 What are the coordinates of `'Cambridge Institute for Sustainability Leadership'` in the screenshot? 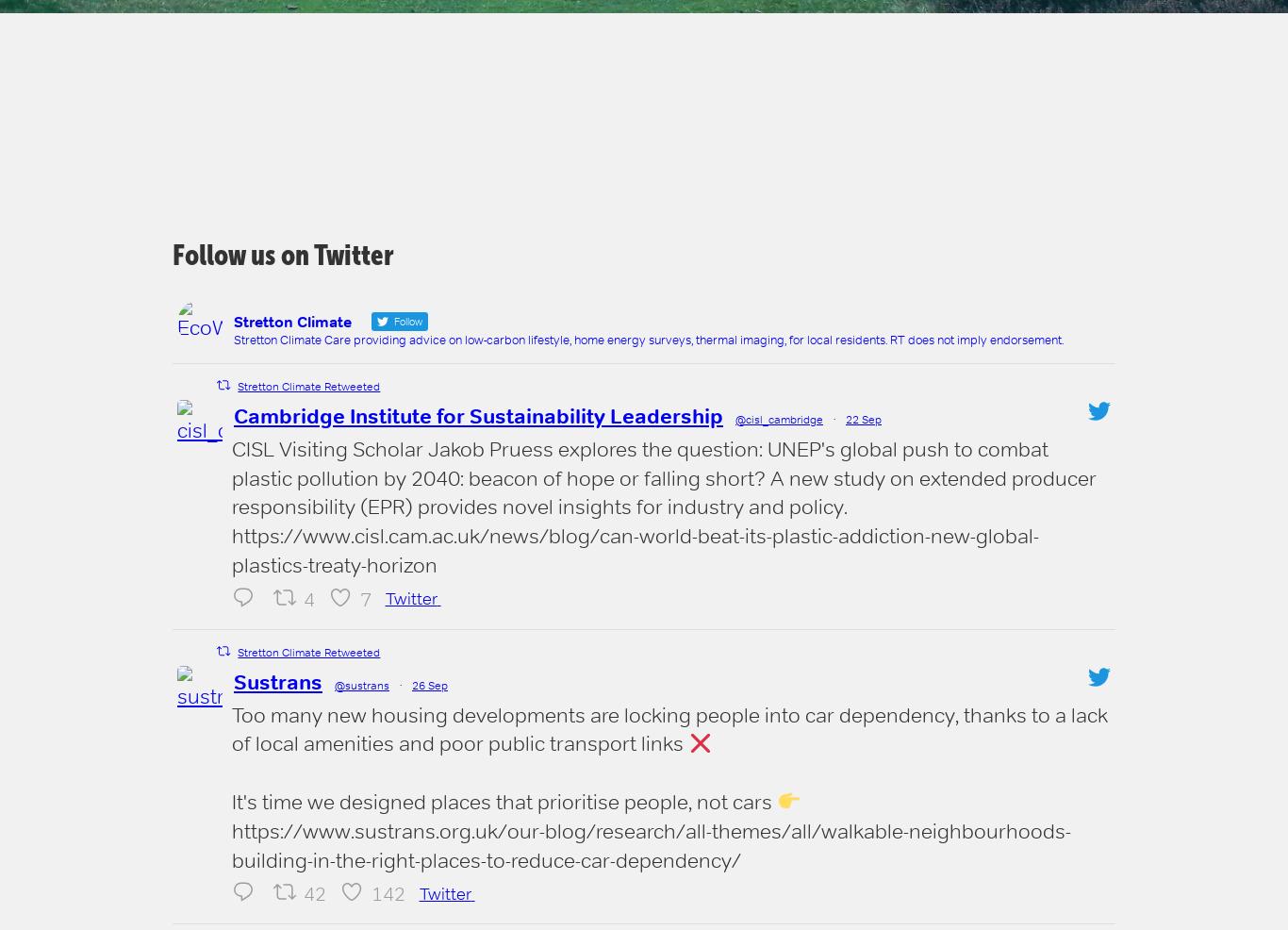 It's located at (478, 414).